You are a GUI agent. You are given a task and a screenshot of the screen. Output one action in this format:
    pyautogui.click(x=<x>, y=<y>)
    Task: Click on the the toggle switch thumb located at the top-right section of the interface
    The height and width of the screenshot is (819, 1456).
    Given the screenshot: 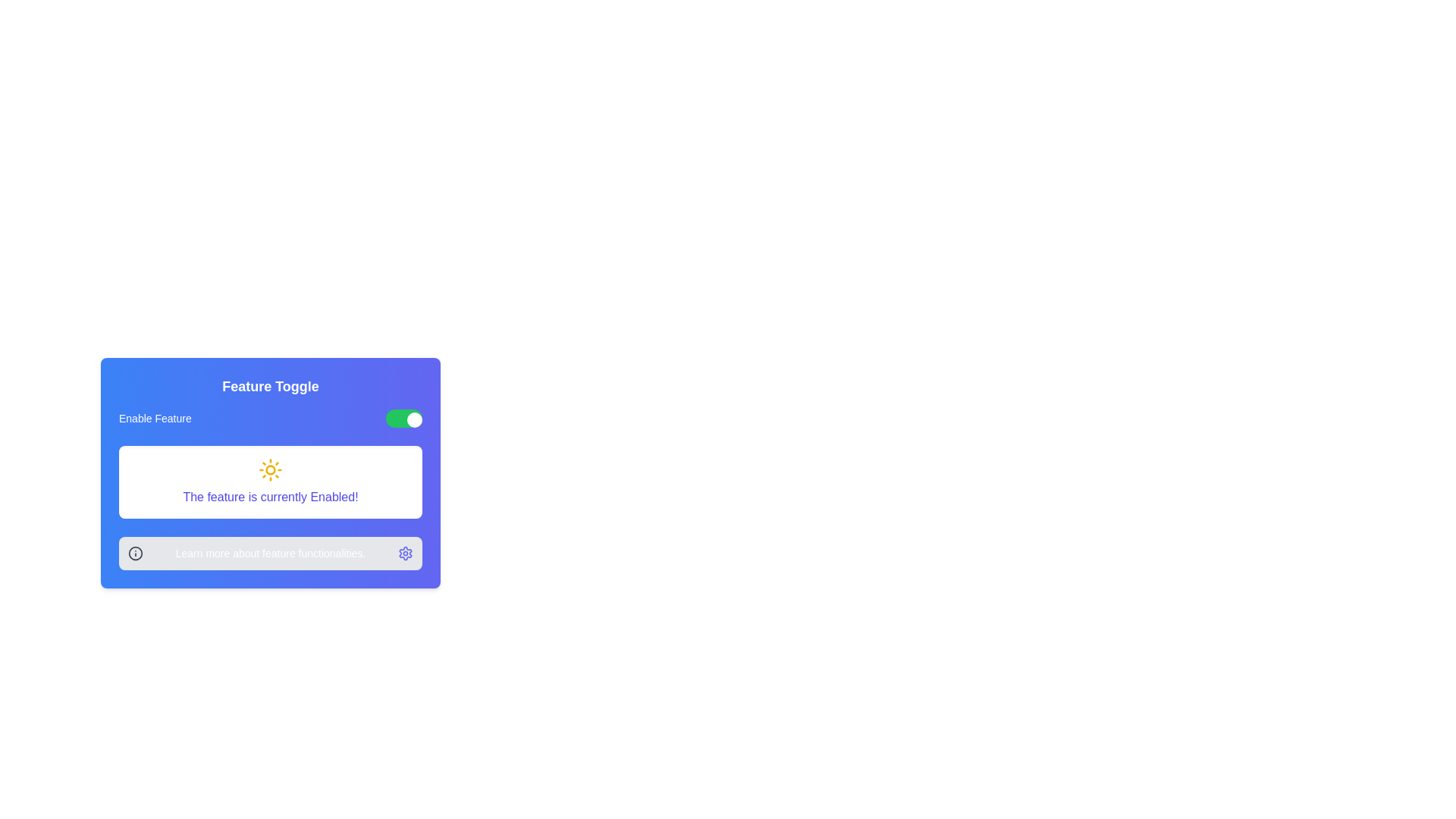 What is the action you would take?
    pyautogui.click(x=415, y=420)
    